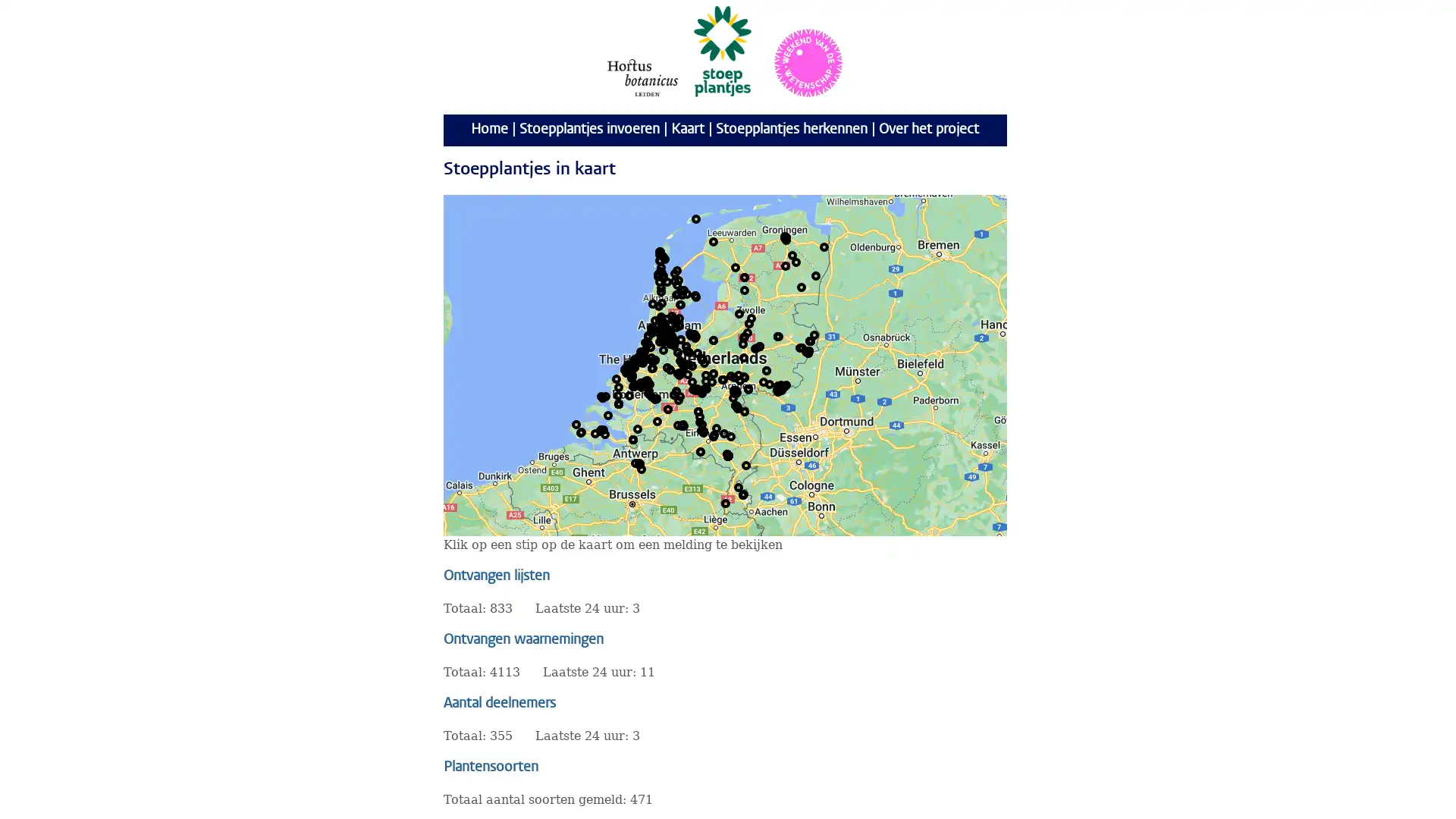 The height and width of the screenshot is (819, 1456). What do you see at coordinates (640, 462) in the screenshot?
I see `Telling van op 28 oktober 2021` at bounding box center [640, 462].